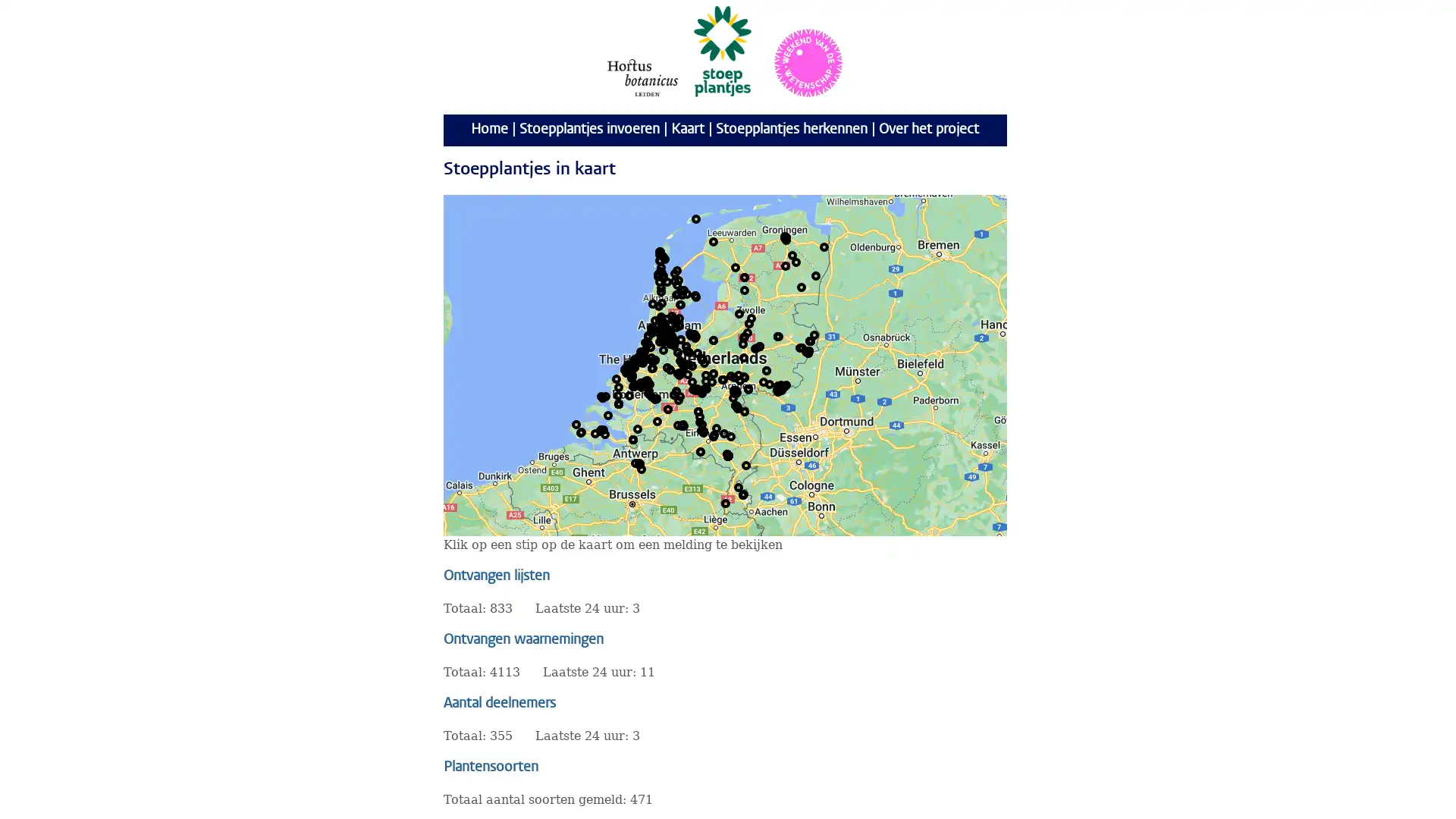 The height and width of the screenshot is (819, 1456). What do you see at coordinates (640, 462) in the screenshot?
I see `Telling van op 28 oktober 2021` at bounding box center [640, 462].